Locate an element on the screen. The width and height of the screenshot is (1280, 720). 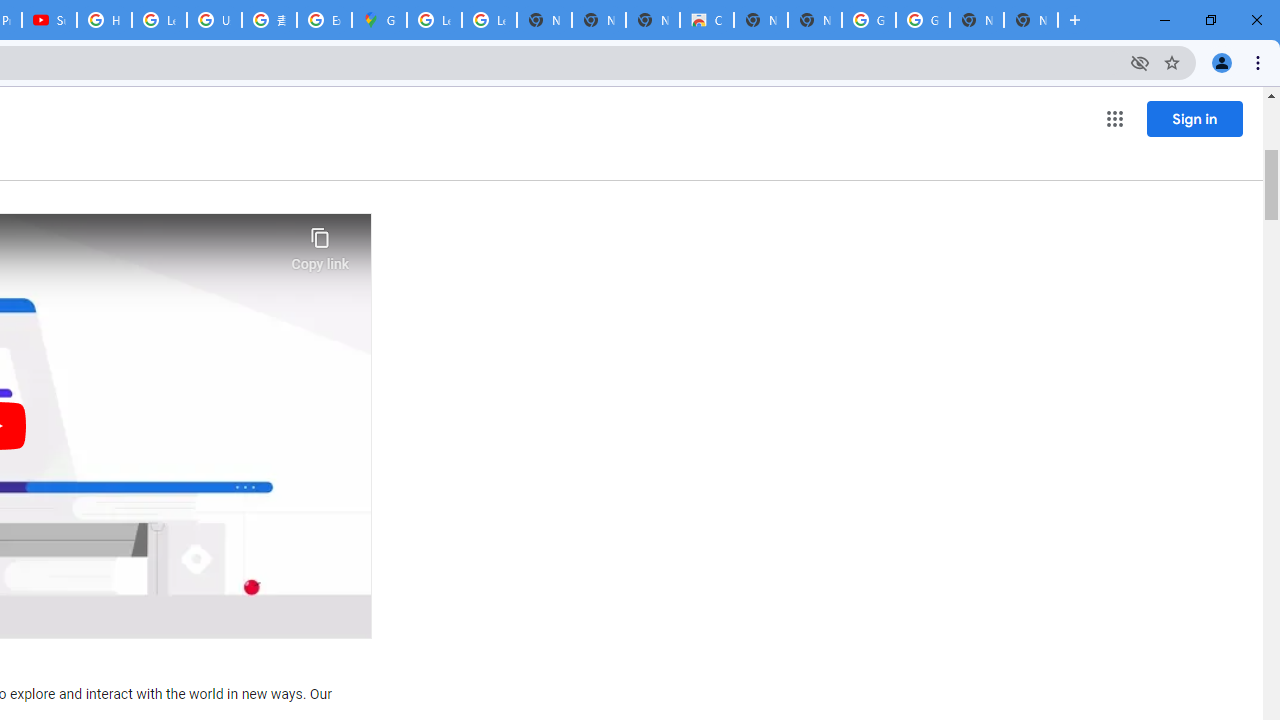
'How Chrome protects your passwords - Google Chrome Help' is located at coordinates (103, 20).